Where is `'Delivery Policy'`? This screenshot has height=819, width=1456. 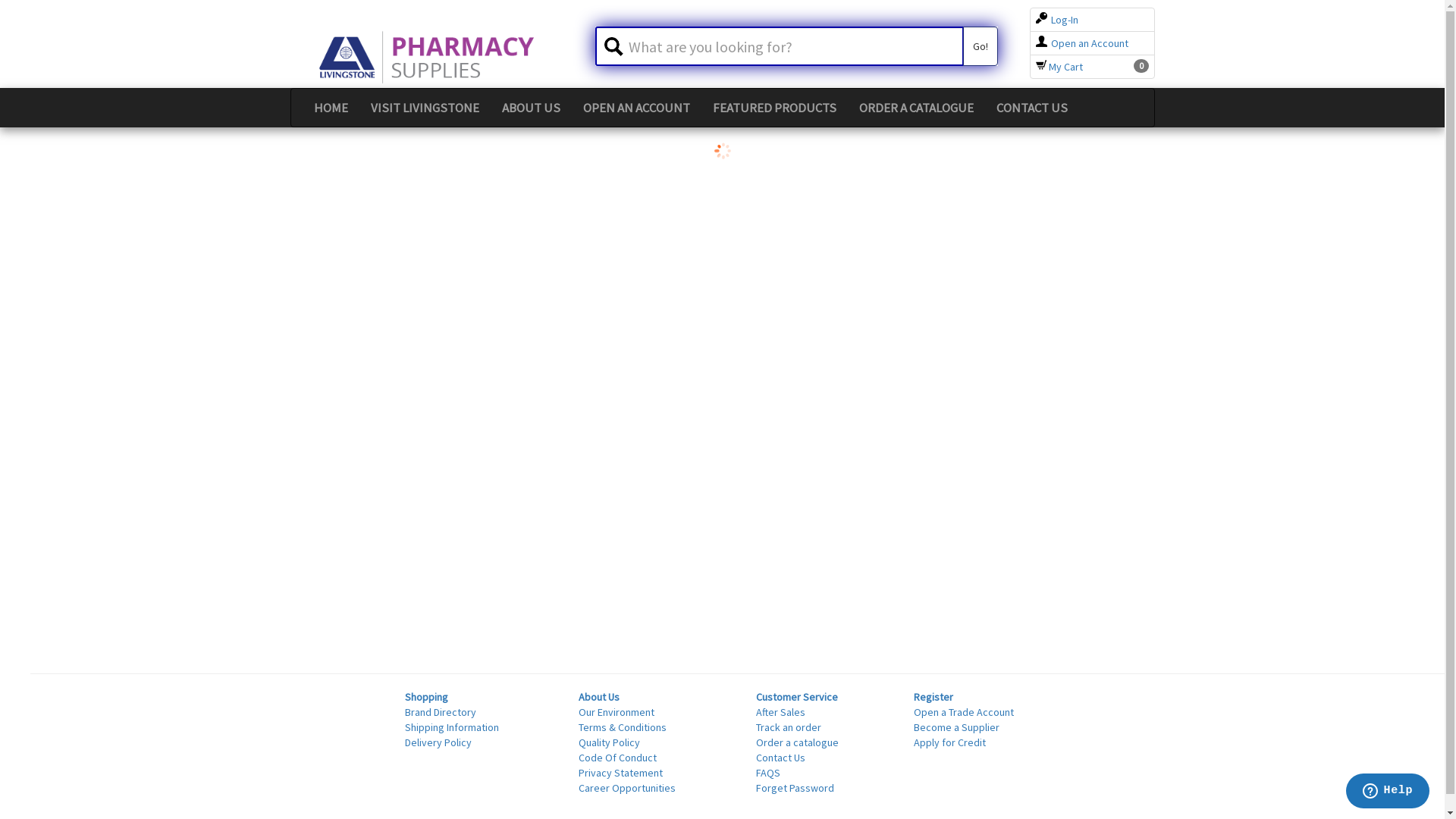 'Delivery Policy' is located at coordinates (437, 742).